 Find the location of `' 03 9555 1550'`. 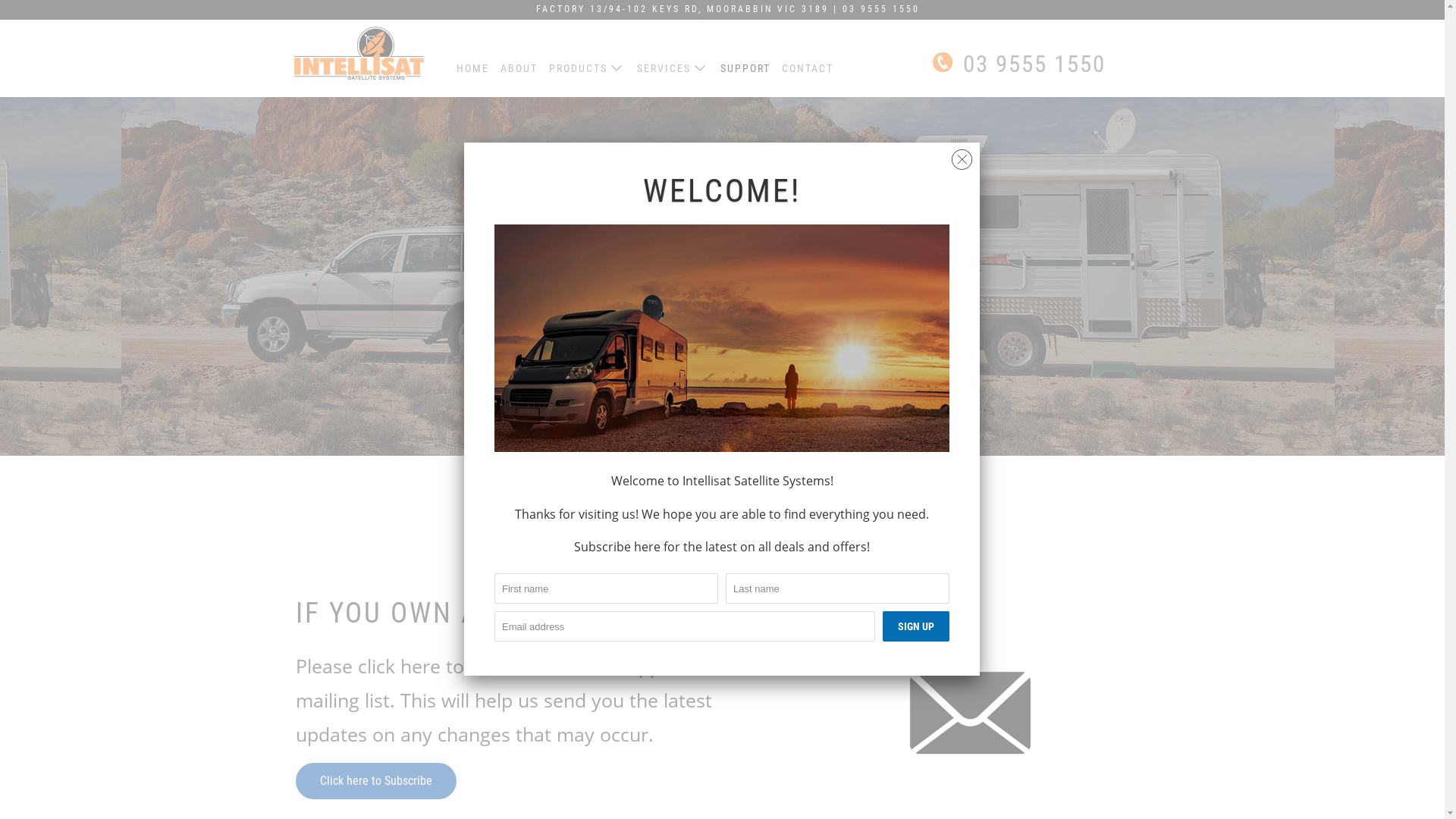

' 03 9555 1550' is located at coordinates (928, 62).